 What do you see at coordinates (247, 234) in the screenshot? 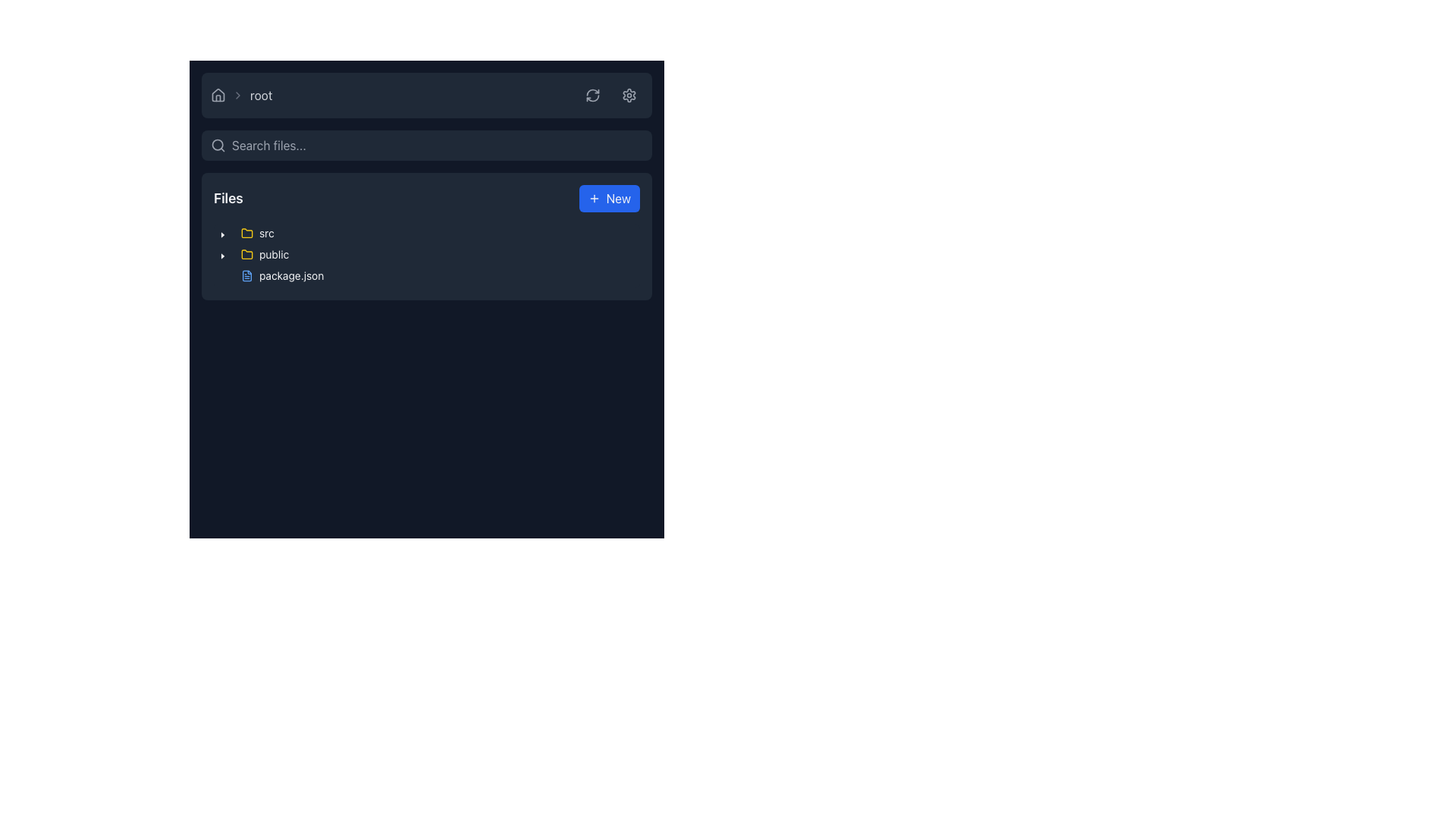
I see `the triangle icon of the 'src' folder in the file explorer` at bounding box center [247, 234].